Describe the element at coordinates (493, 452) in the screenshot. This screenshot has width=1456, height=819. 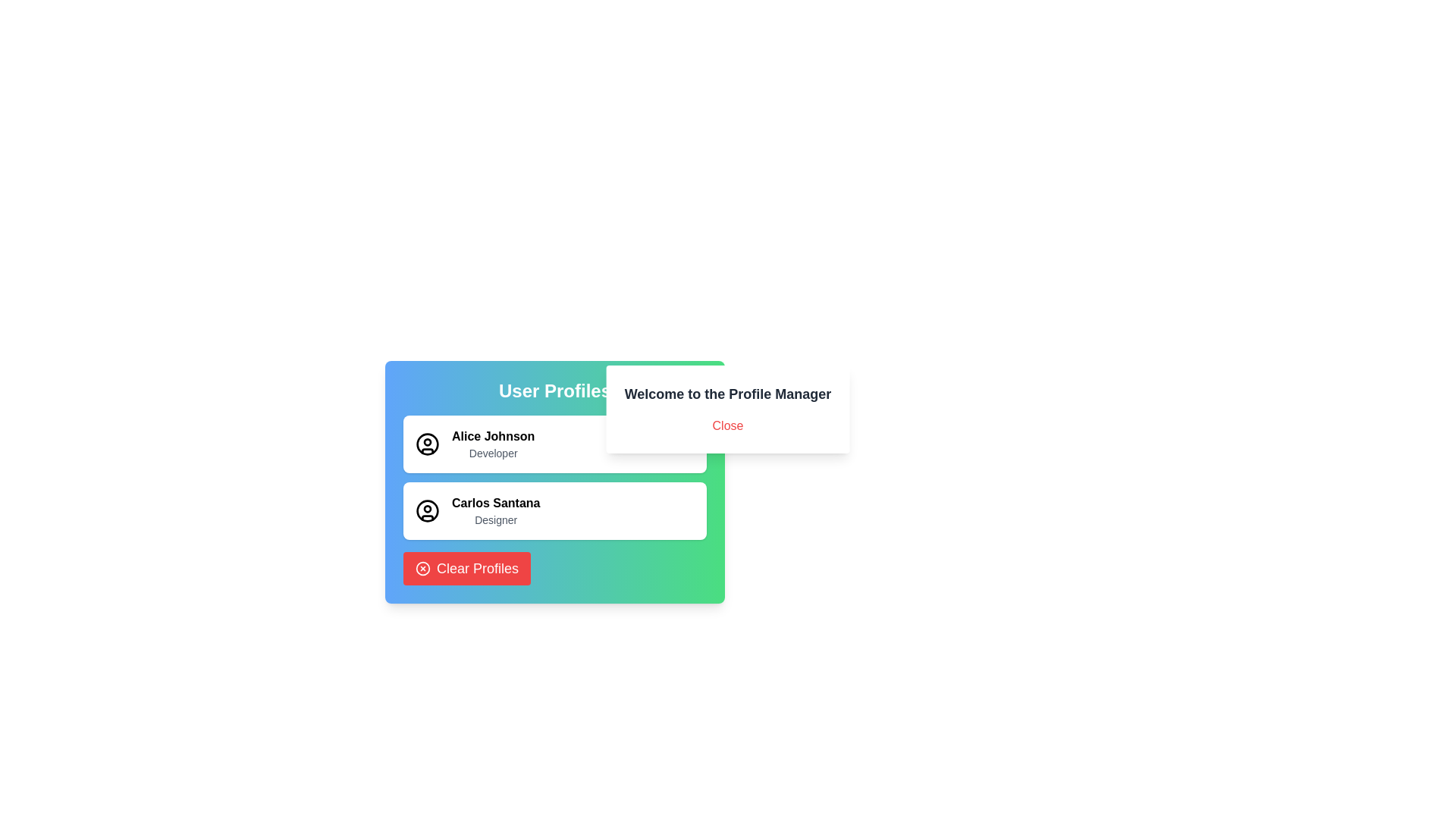
I see `the text label indicating the professional role 'Developer' of the user Alice Johnson, which is located below the label 'Alice Johnson' in the first profile card` at that location.